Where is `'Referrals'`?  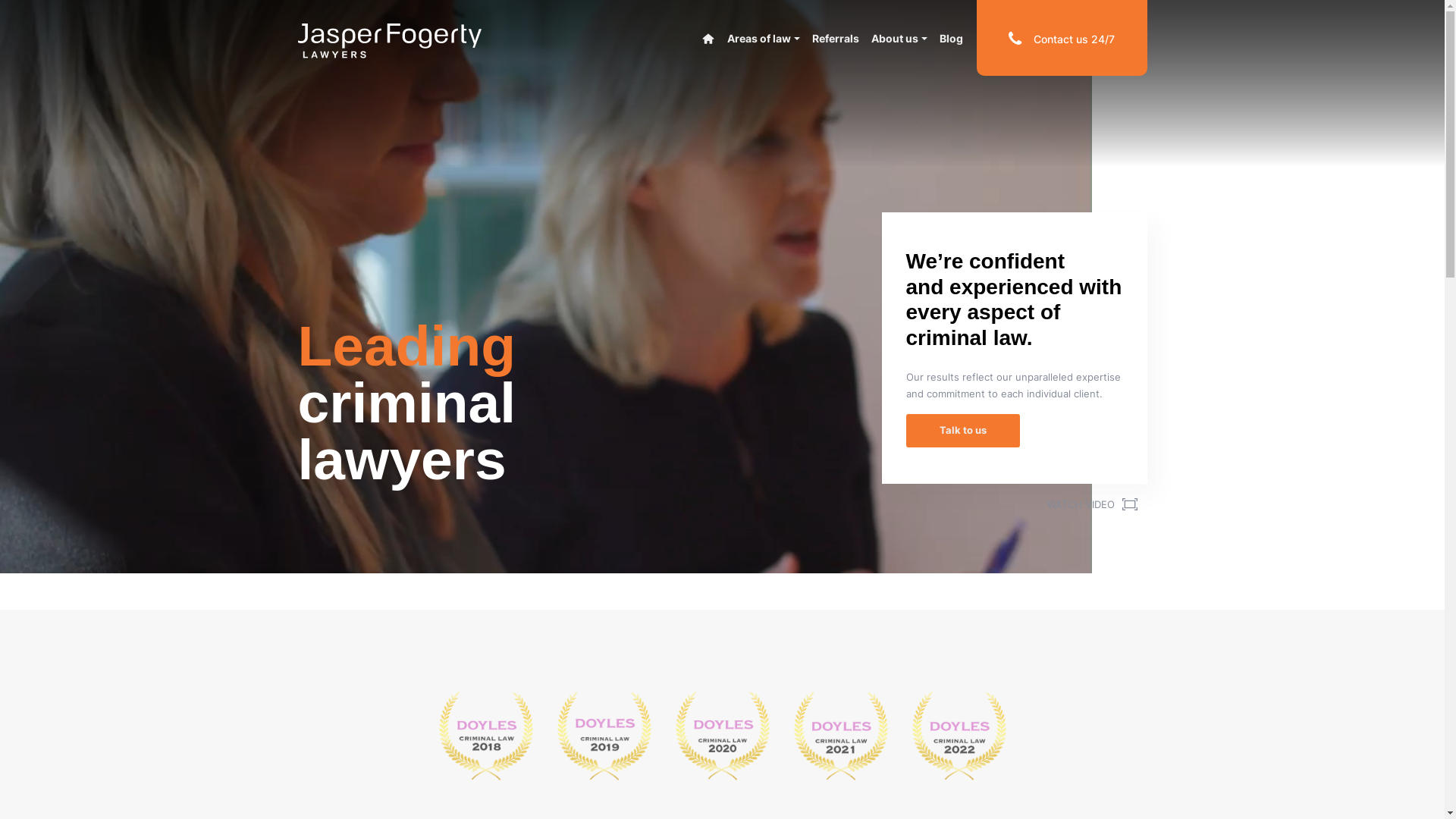
'Referrals' is located at coordinates (835, 37).